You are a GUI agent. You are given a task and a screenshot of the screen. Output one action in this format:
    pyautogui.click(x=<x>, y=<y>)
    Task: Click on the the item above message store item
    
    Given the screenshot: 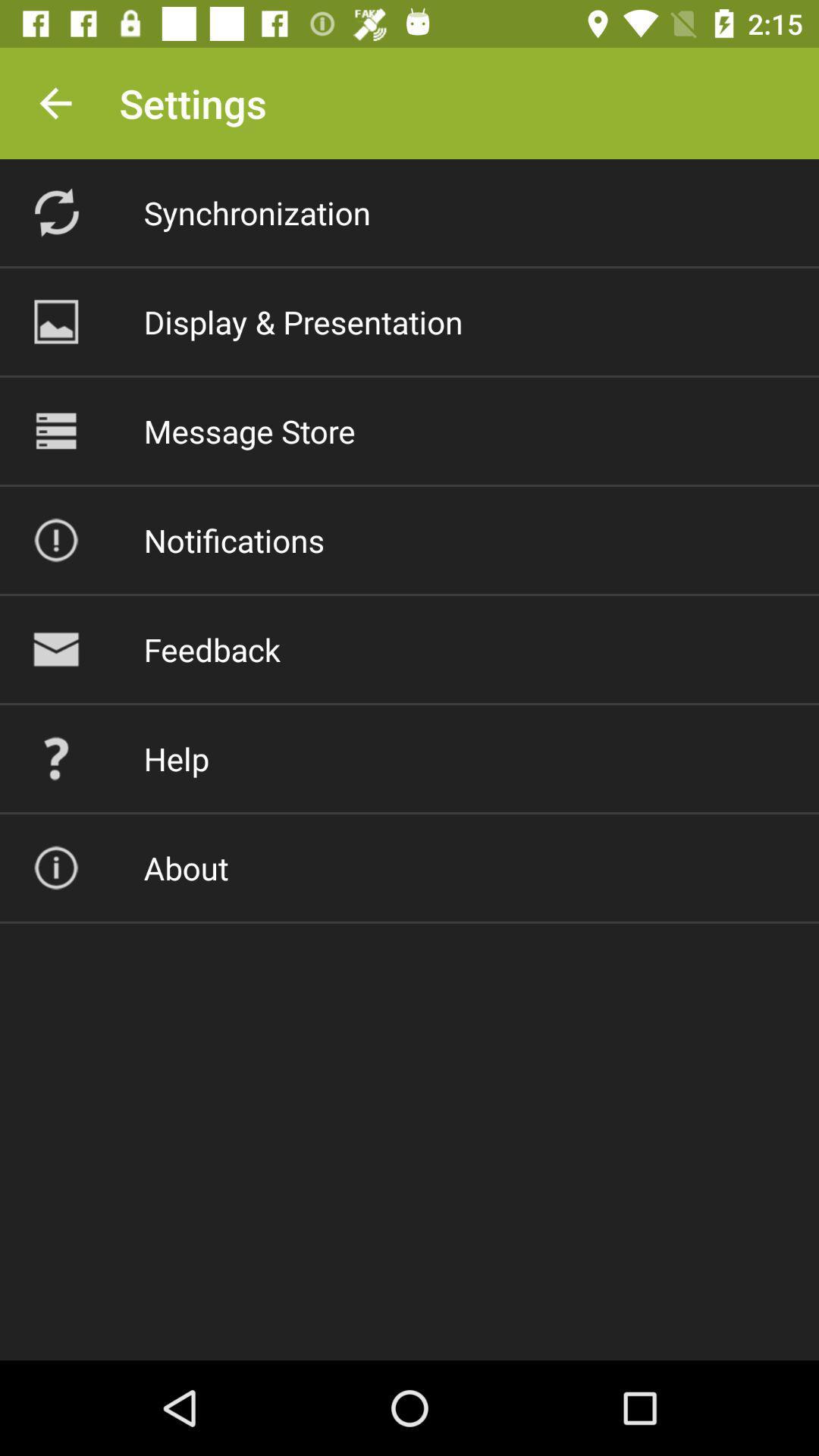 What is the action you would take?
    pyautogui.click(x=303, y=321)
    